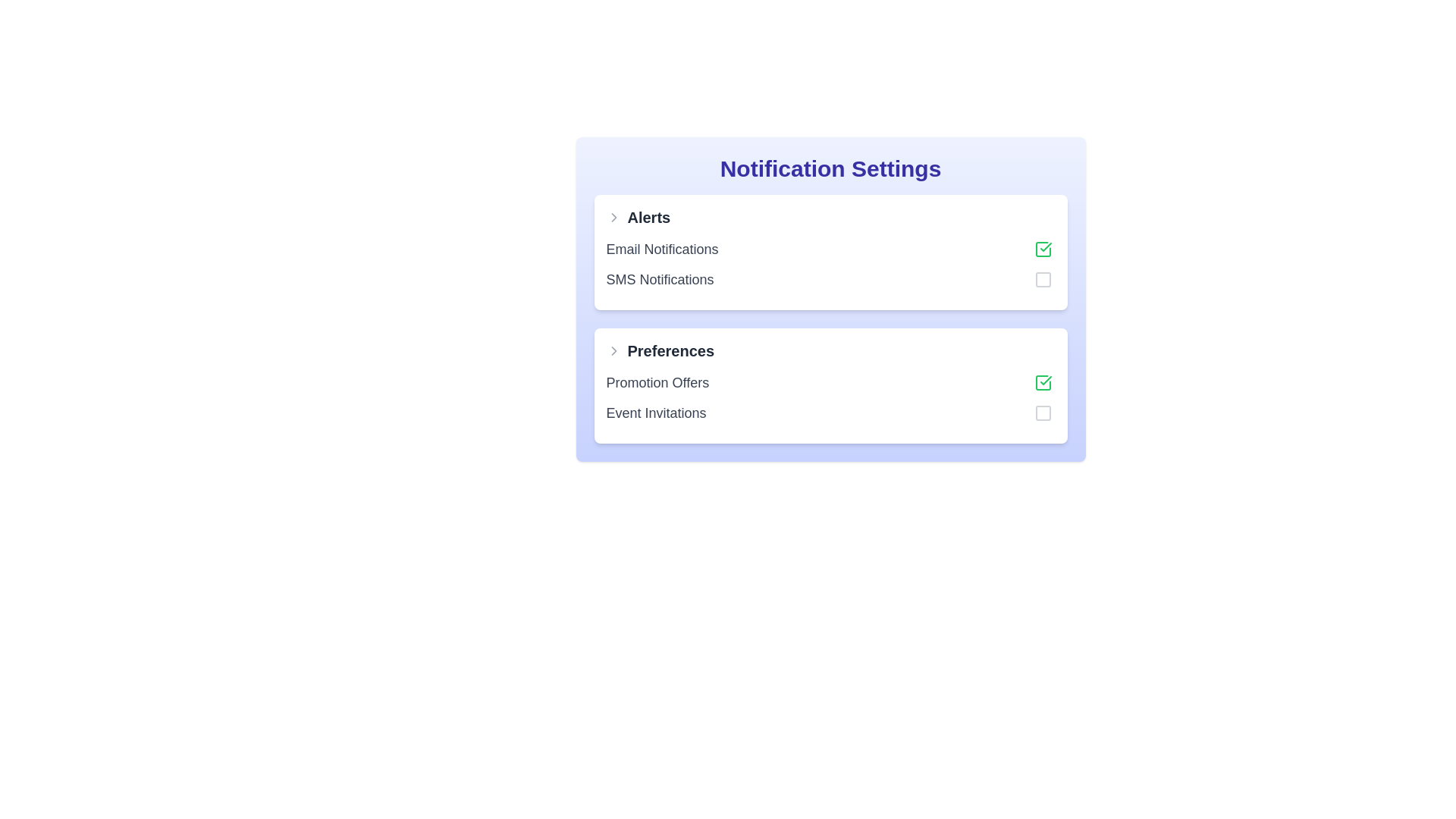  What do you see at coordinates (657, 382) in the screenshot?
I see `the 'Promotion Offers' text label, which is styled with a larger font size and gray color, located within the 'Preferences' section above 'Event Invitations'` at bounding box center [657, 382].